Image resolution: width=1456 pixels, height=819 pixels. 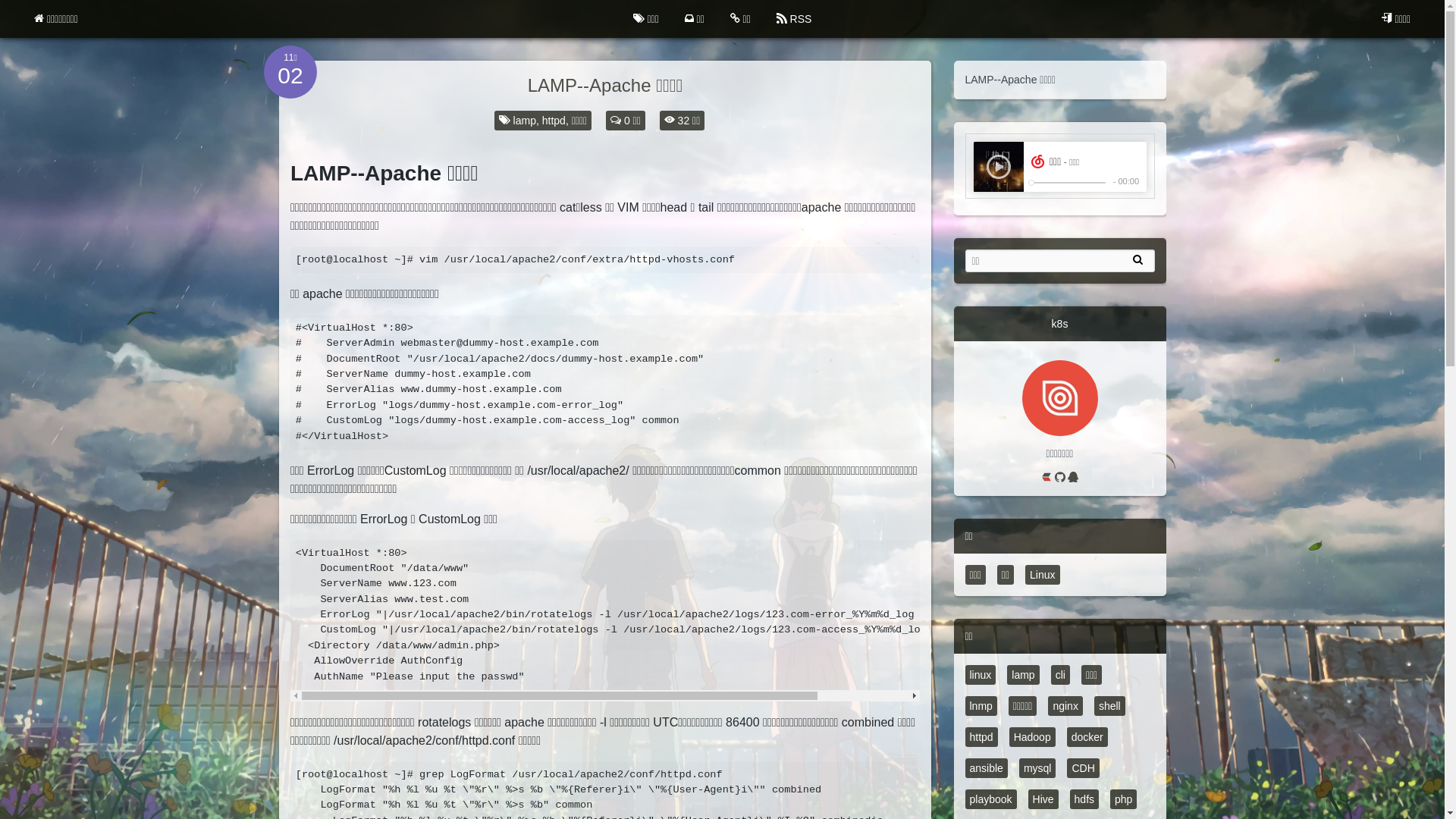 What do you see at coordinates (990, 798) in the screenshot?
I see `'playbook'` at bounding box center [990, 798].